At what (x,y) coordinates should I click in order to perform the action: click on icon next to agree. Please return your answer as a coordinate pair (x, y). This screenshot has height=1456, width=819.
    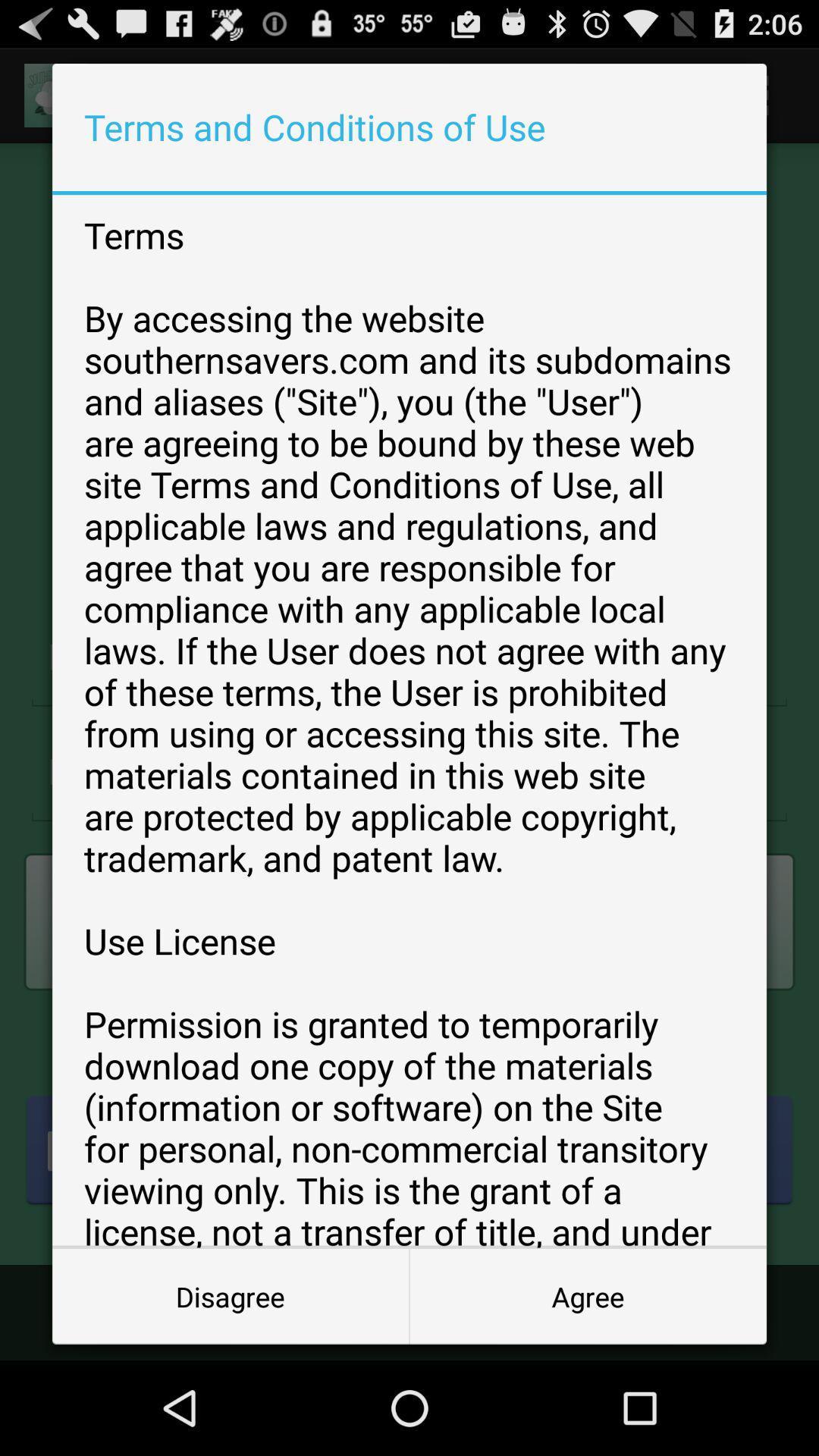
    Looking at the image, I should click on (231, 1295).